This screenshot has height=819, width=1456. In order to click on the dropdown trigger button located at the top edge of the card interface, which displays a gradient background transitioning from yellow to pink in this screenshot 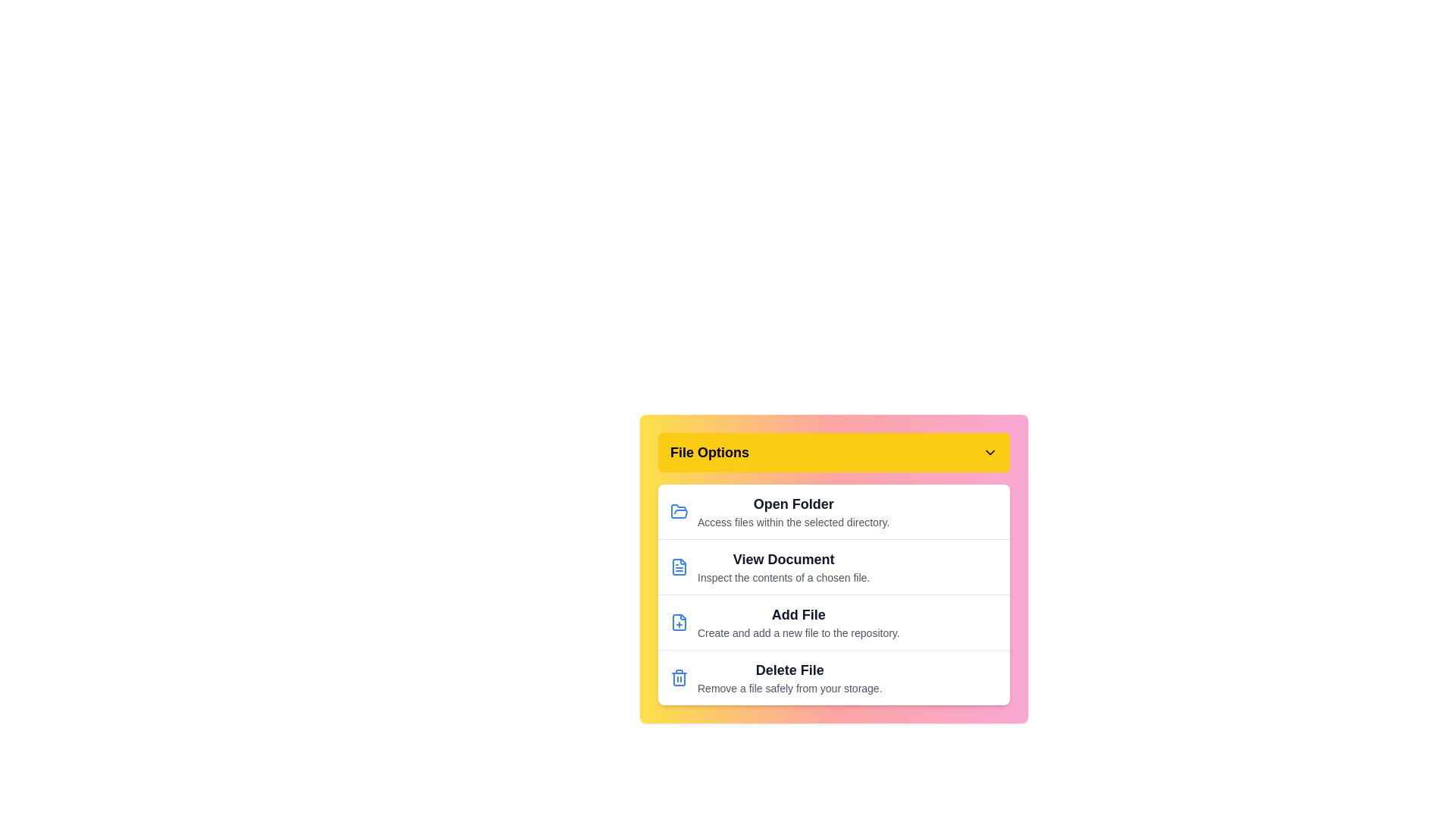, I will do `click(833, 452)`.